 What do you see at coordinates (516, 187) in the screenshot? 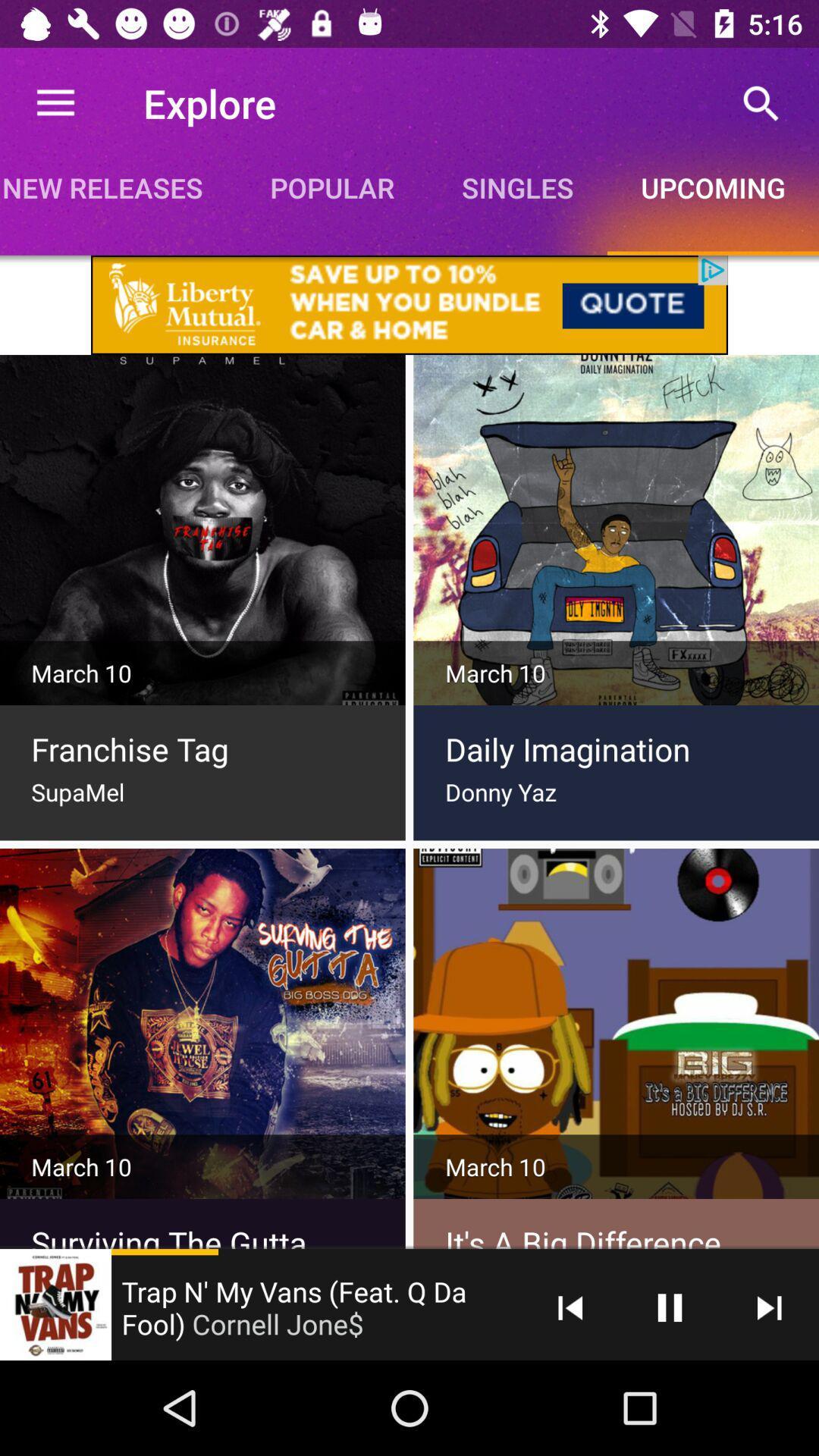
I see `the item next to upcoming` at bounding box center [516, 187].